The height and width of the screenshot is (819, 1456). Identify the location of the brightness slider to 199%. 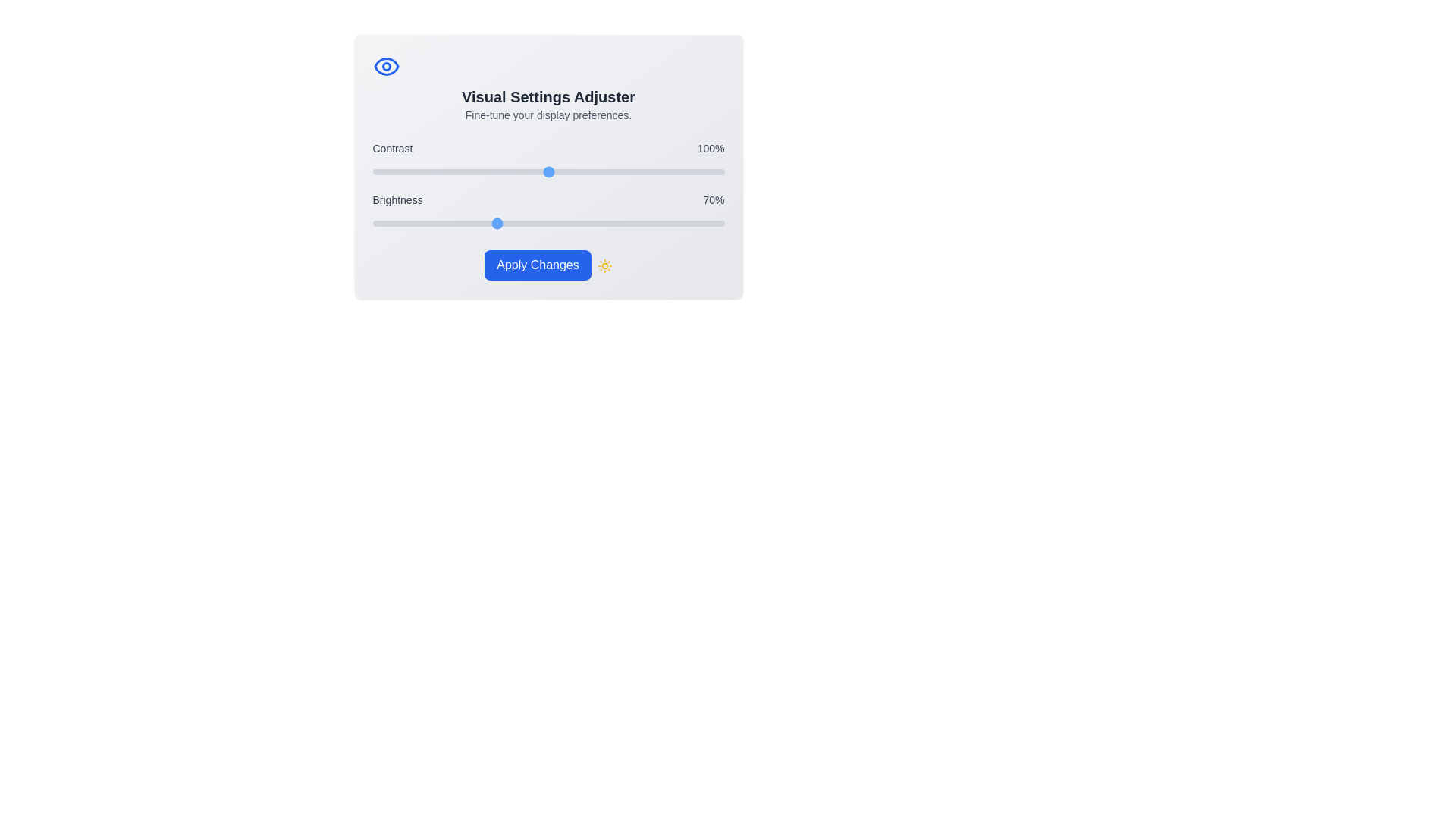
(722, 223).